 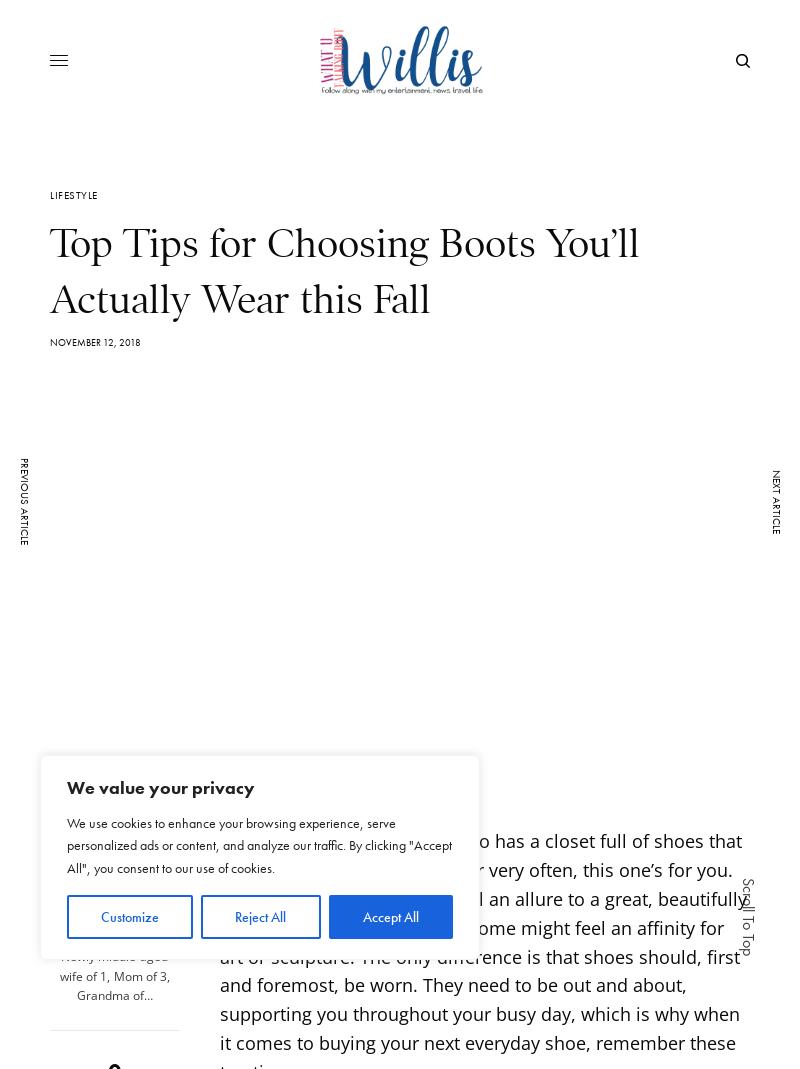 What do you see at coordinates (748, 915) in the screenshot?
I see `'Scroll To Top'` at bounding box center [748, 915].